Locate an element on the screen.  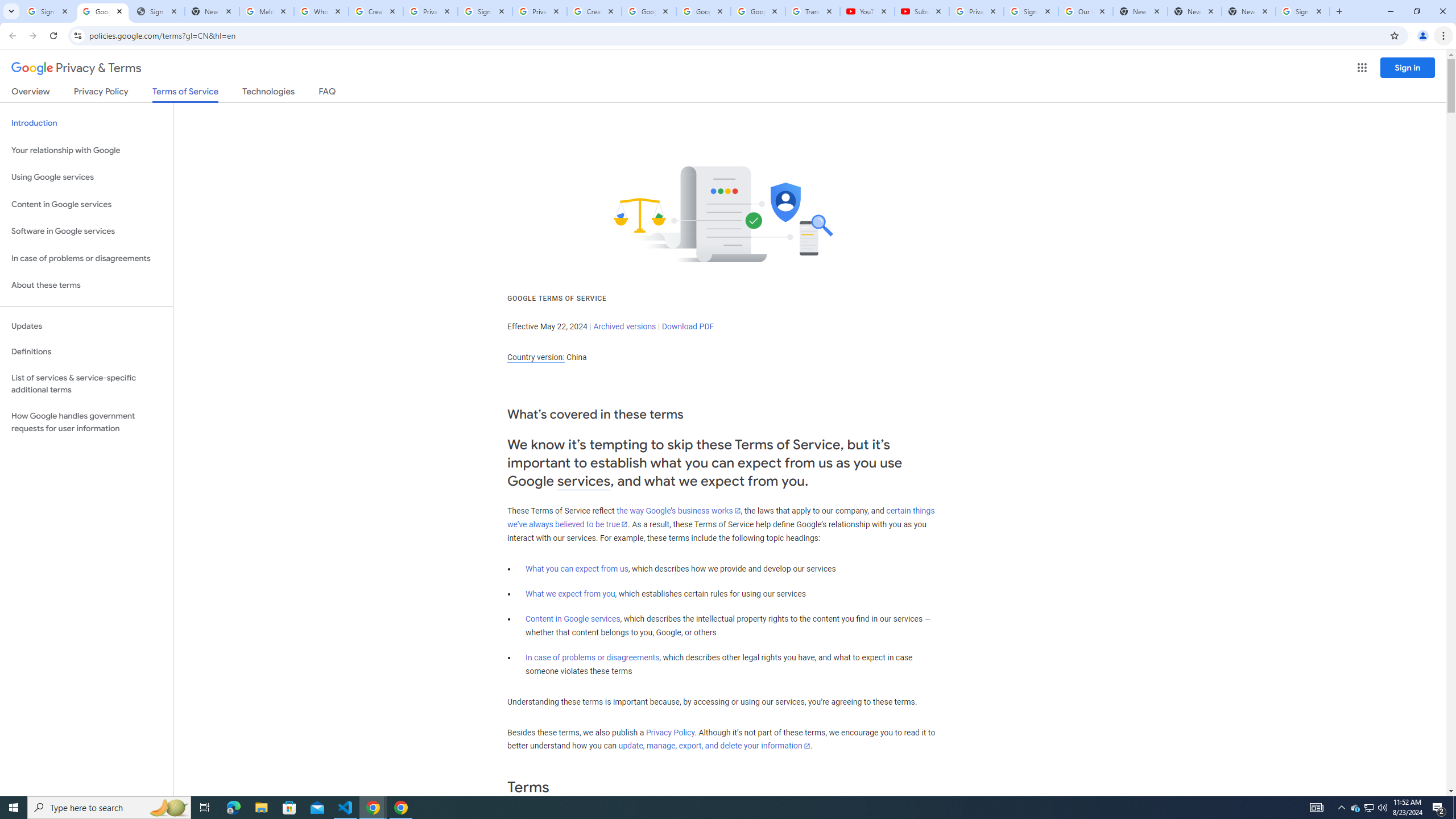
'Chrome' is located at coordinates (1444, 35).